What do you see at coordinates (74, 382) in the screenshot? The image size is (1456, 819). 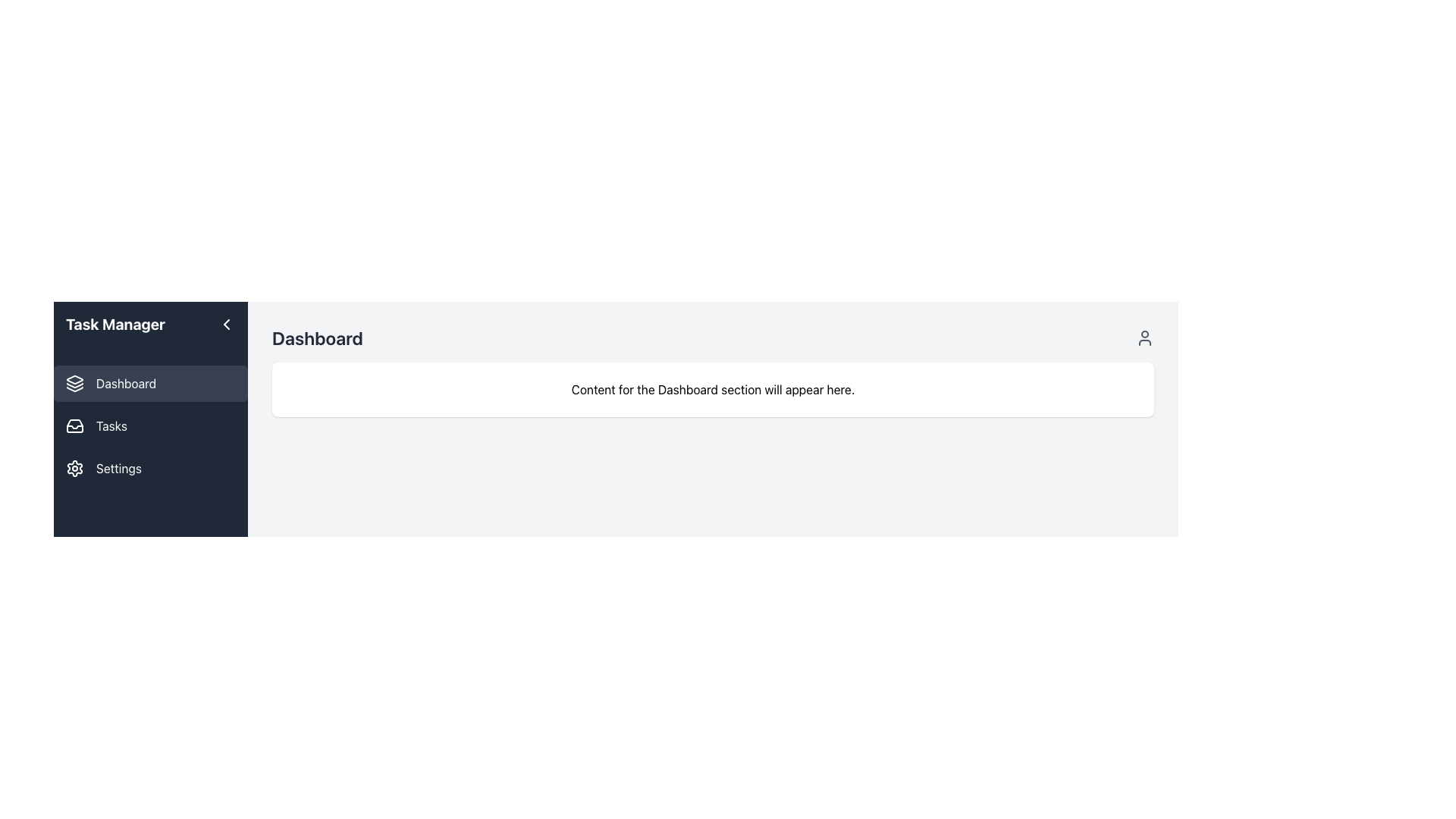 I see `the small, square-shaped icon outlined in white against a dark, navy blue background, located to the left of the 'Dashboard' text label in the left sidebar navigation menu` at bounding box center [74, 382].